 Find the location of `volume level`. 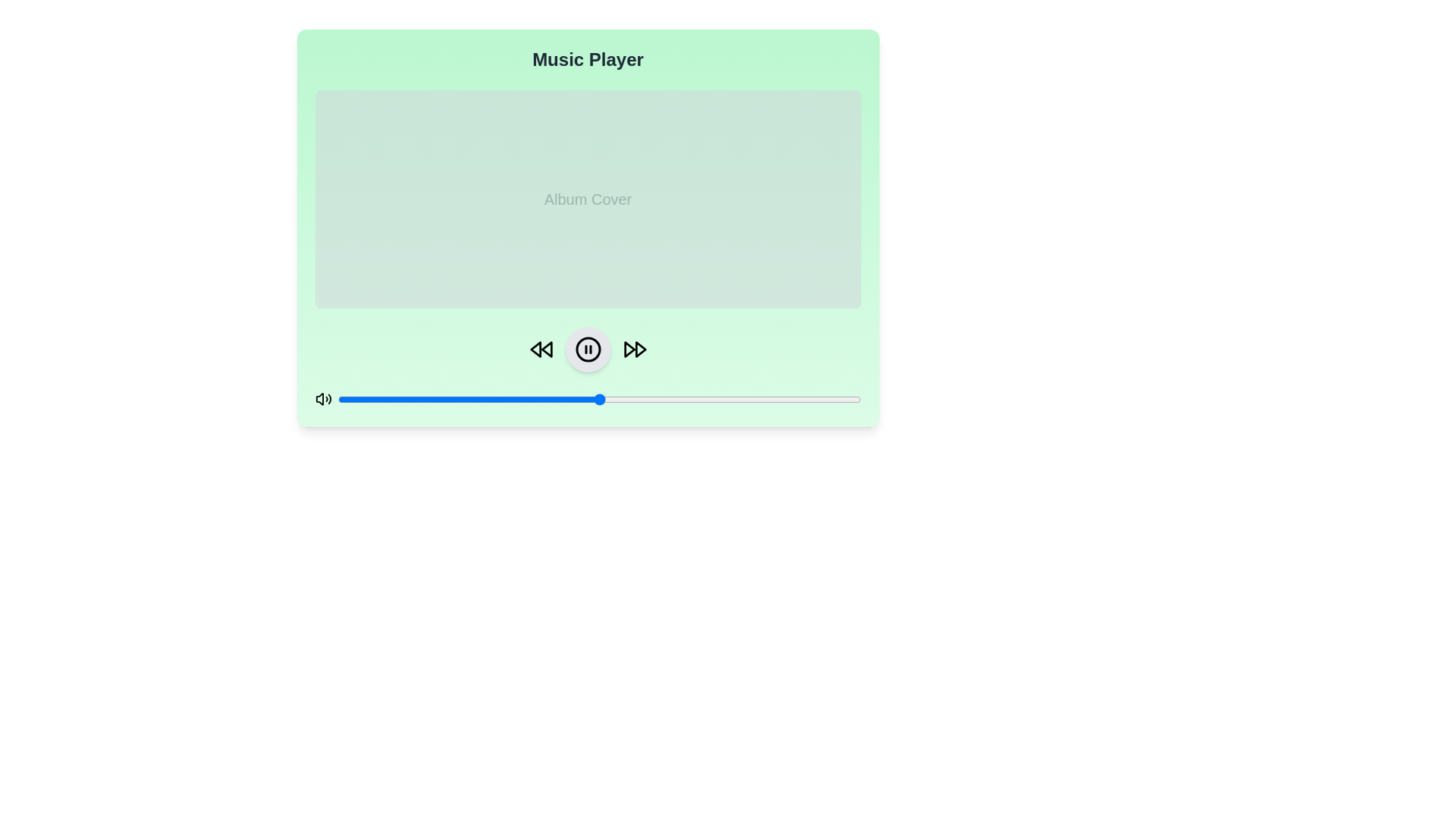

volume level is located at coordinates (395, 399).